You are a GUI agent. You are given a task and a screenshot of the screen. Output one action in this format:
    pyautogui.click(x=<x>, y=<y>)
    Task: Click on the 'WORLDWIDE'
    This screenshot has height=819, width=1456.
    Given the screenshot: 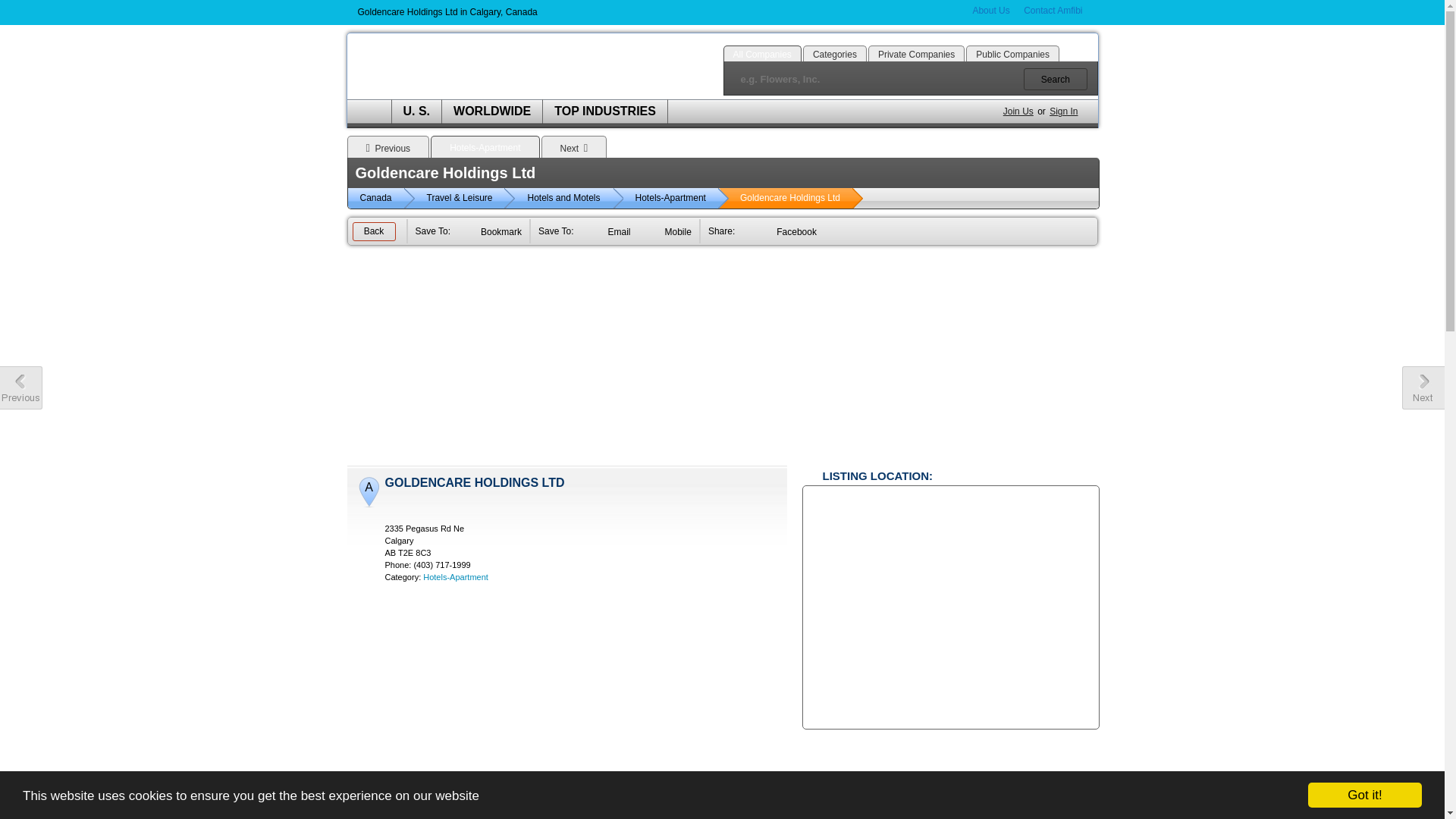 What is the action you would take?
    pyautogui.click(x=491, y=110)
    